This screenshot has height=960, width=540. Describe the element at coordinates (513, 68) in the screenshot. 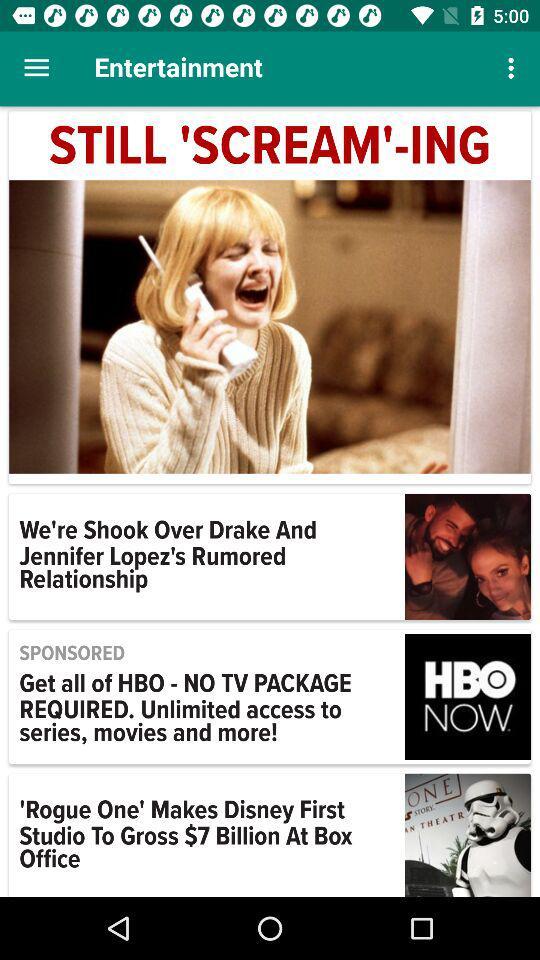

I see `the item to the right of entertainment` at that location.